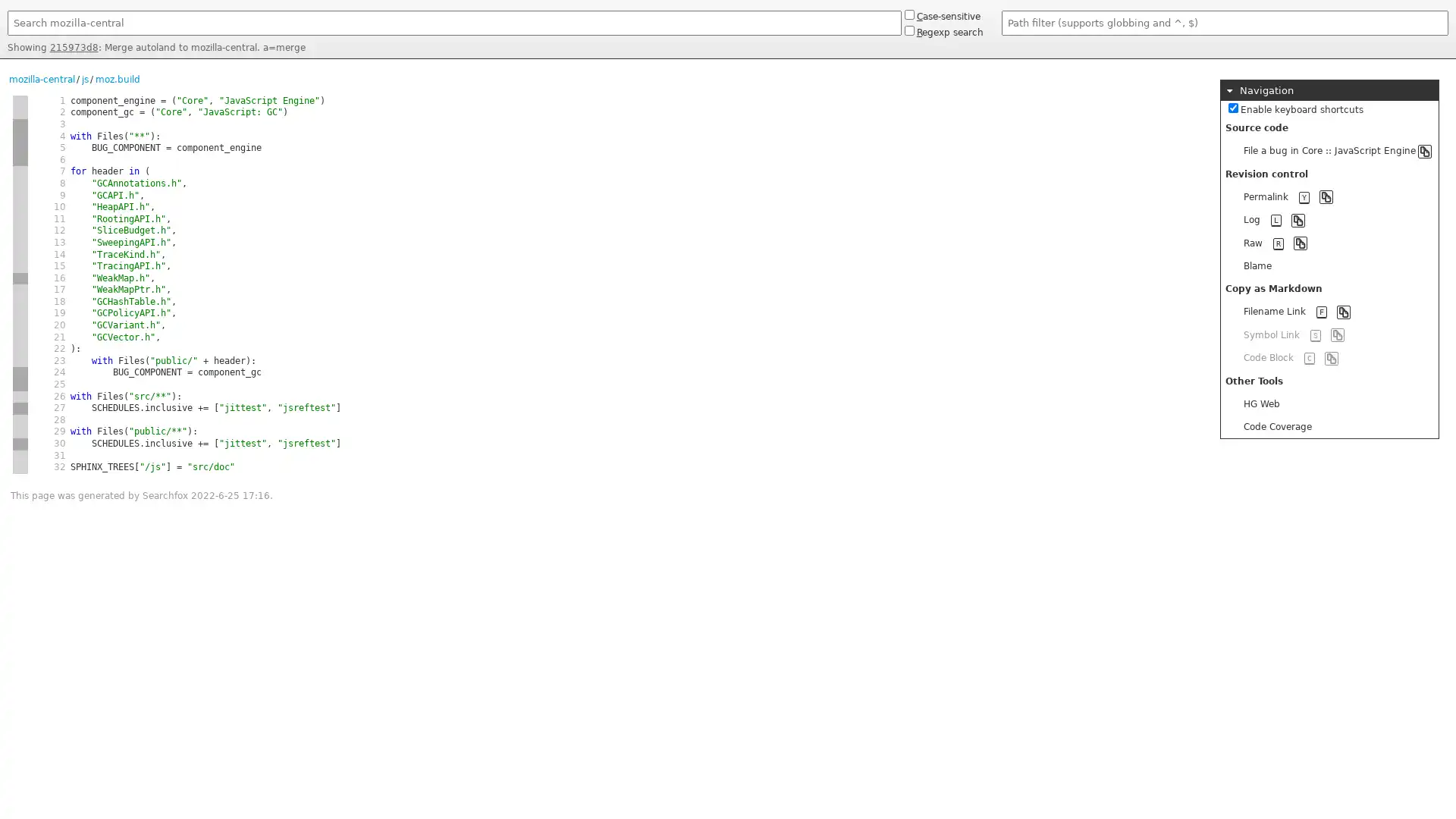  What do you see at coordinates (20, 136) in the screenshot?
I see `same hash 2` at bounding box center [20, 136].